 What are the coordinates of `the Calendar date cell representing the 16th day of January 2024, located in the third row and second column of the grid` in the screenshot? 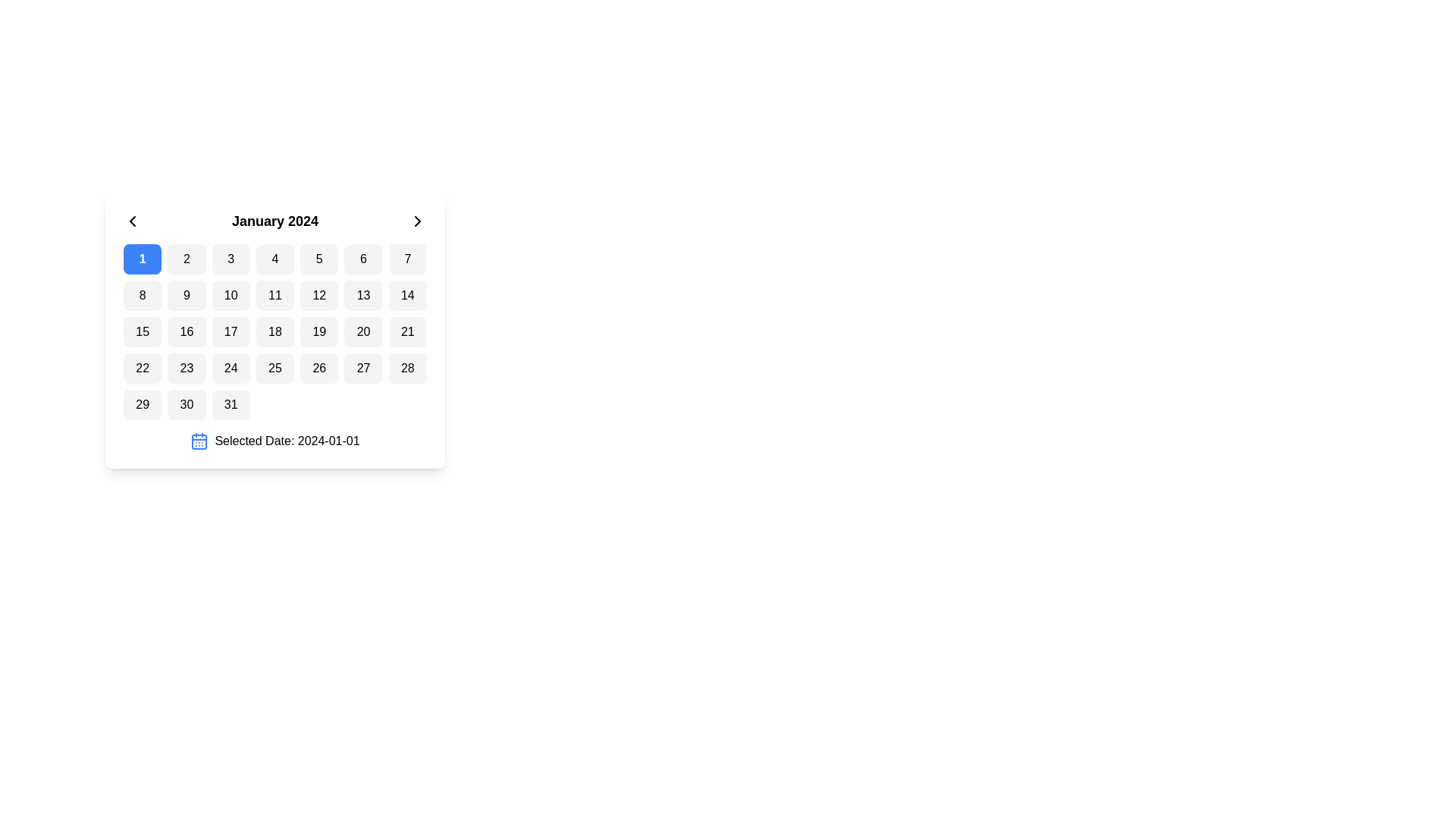 It's located at (186, 331).